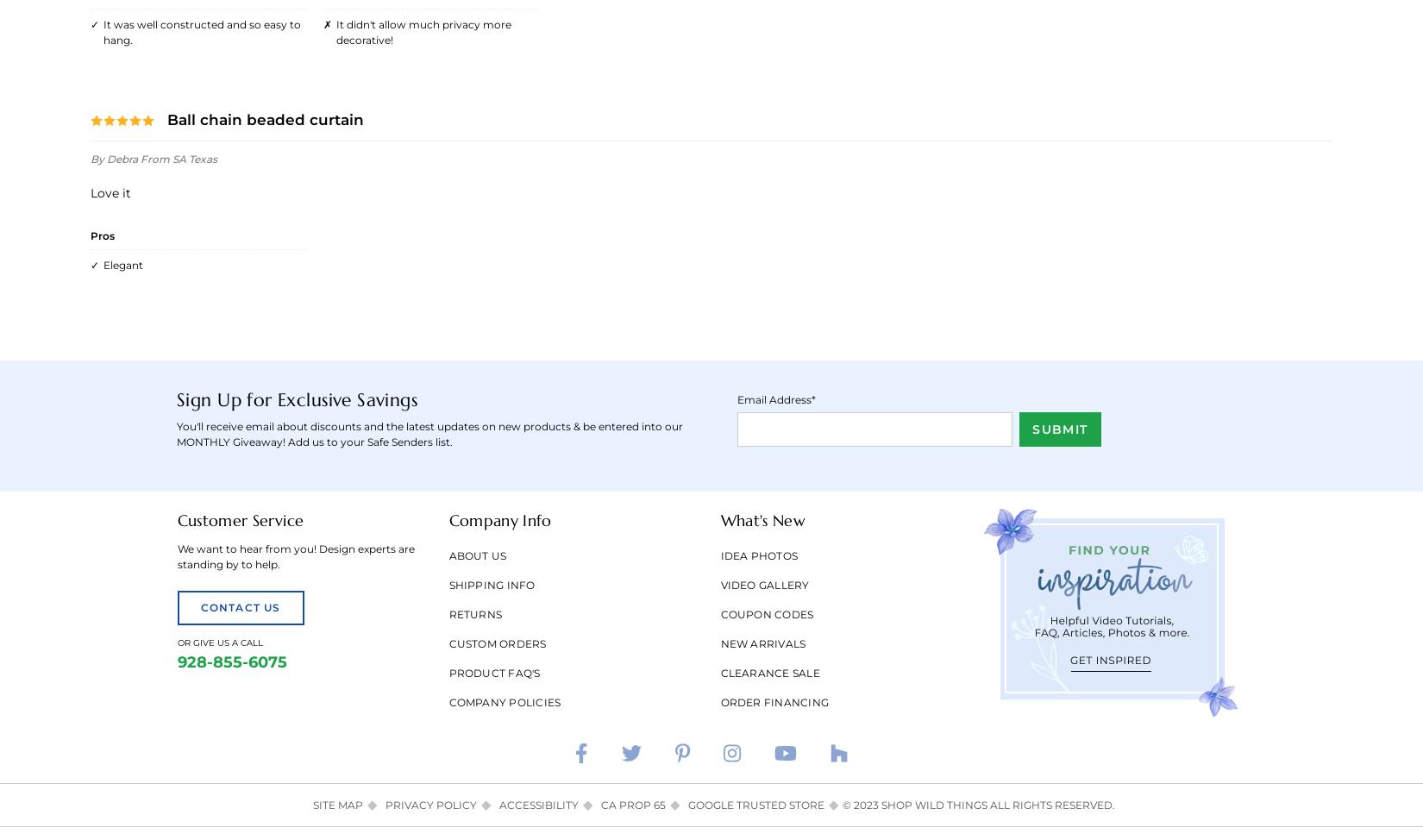  What do you see at coordinates (102, 234) in the screenshot?
I see `'Pros'` at bounding box center [102, 234].